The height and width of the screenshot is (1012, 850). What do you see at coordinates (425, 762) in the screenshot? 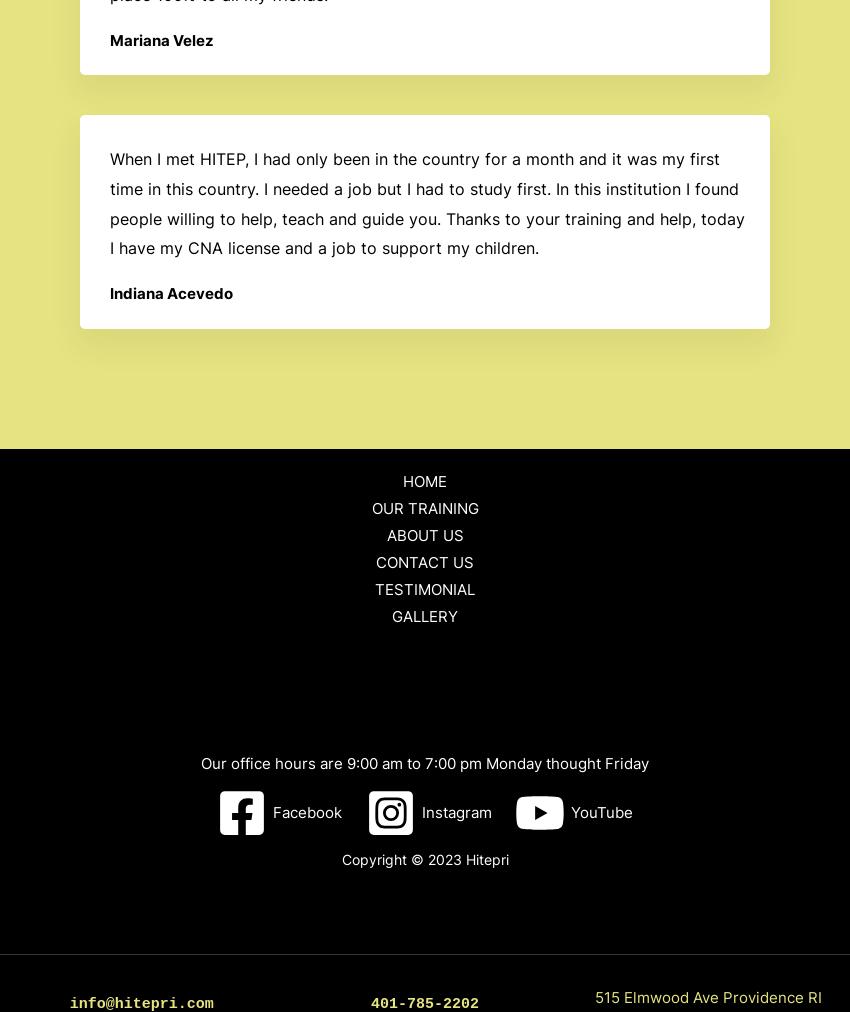
I see `'Our office hours are 
9:00 am  to 7:00 pm Monday thought Friday'` at bounding box center [425, 762].